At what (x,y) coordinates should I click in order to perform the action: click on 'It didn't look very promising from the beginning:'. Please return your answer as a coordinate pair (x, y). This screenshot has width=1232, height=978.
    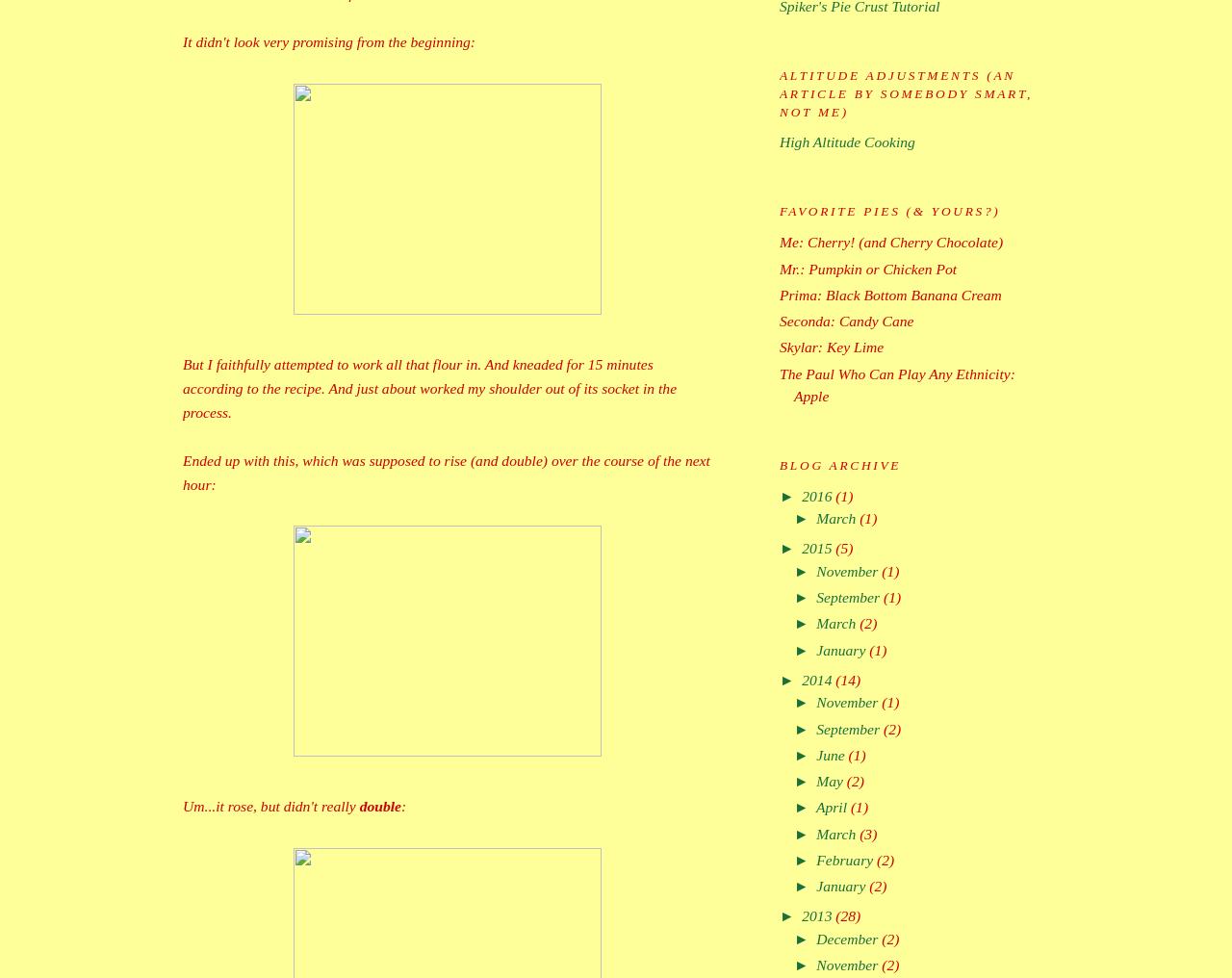
    Looking at the image, I should click on (329, 39).